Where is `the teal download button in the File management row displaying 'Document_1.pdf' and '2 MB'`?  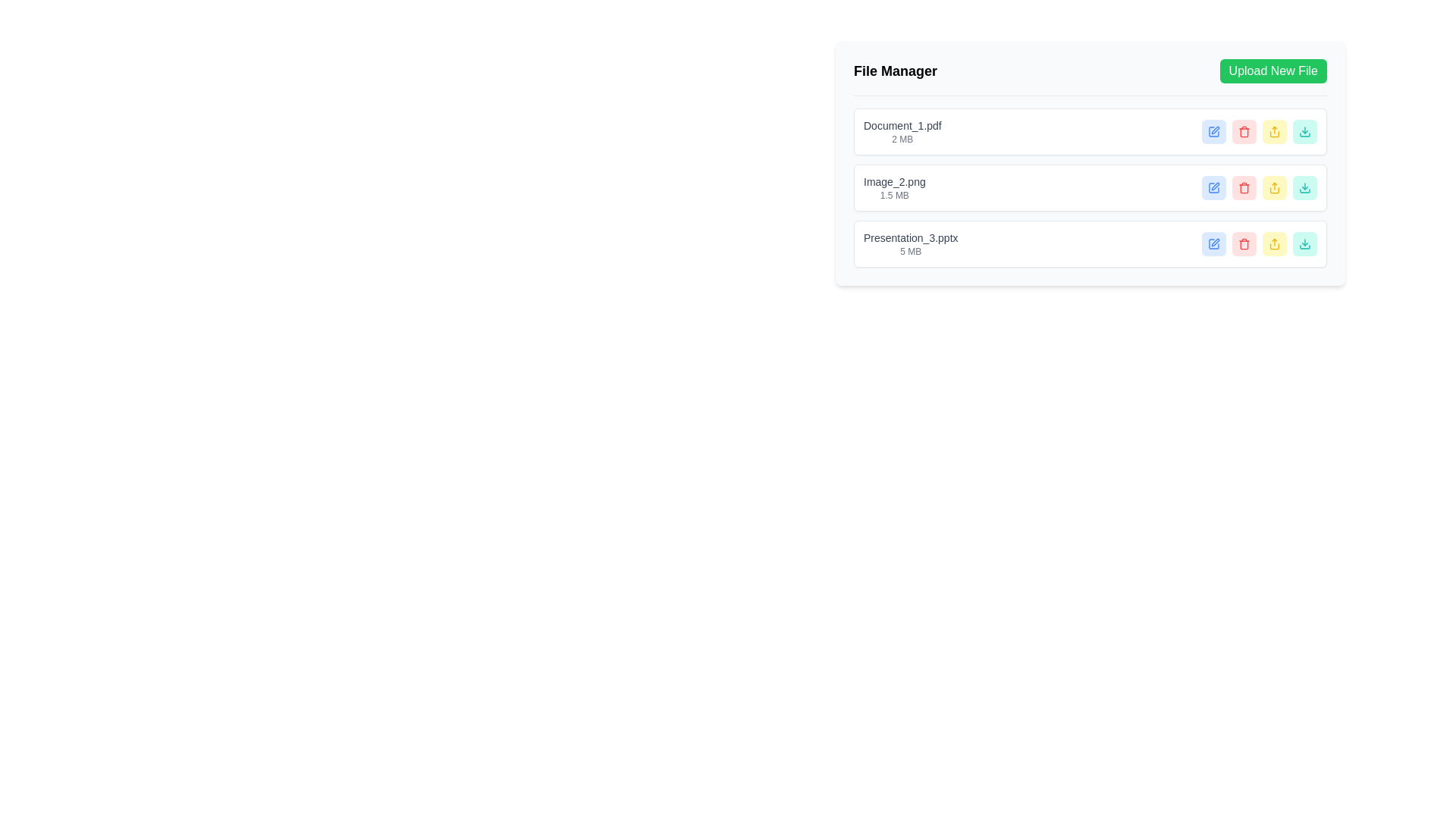 the teal download button in the File management row displaying 'Document_1.pdf' and '2 MB' is located at coordinates (1090, 130).